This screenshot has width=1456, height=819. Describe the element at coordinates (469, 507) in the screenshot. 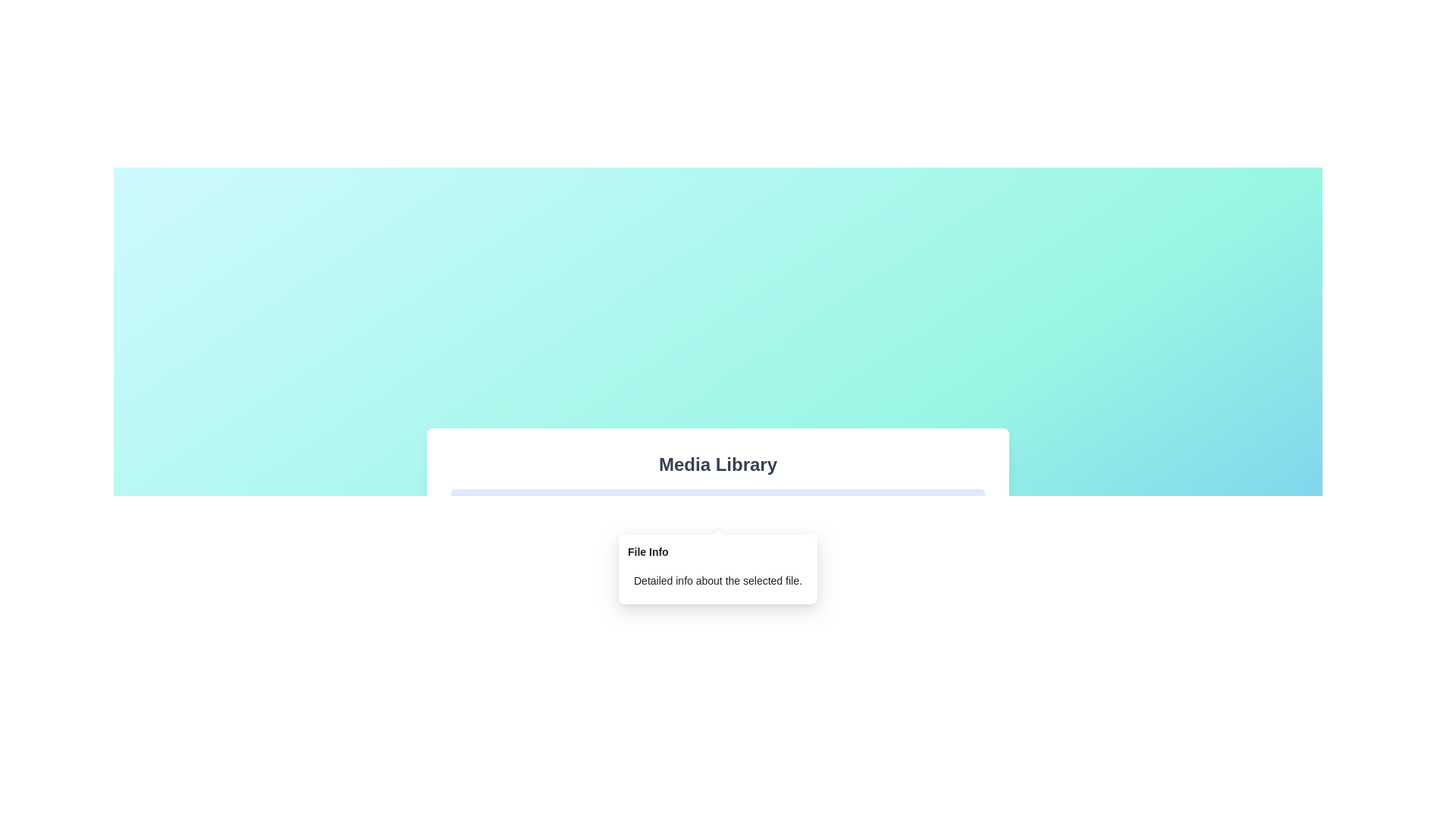

I see `the informational icon located to the left of the 'File Details' text label by moving the cursor to its center and clicking` at that location.